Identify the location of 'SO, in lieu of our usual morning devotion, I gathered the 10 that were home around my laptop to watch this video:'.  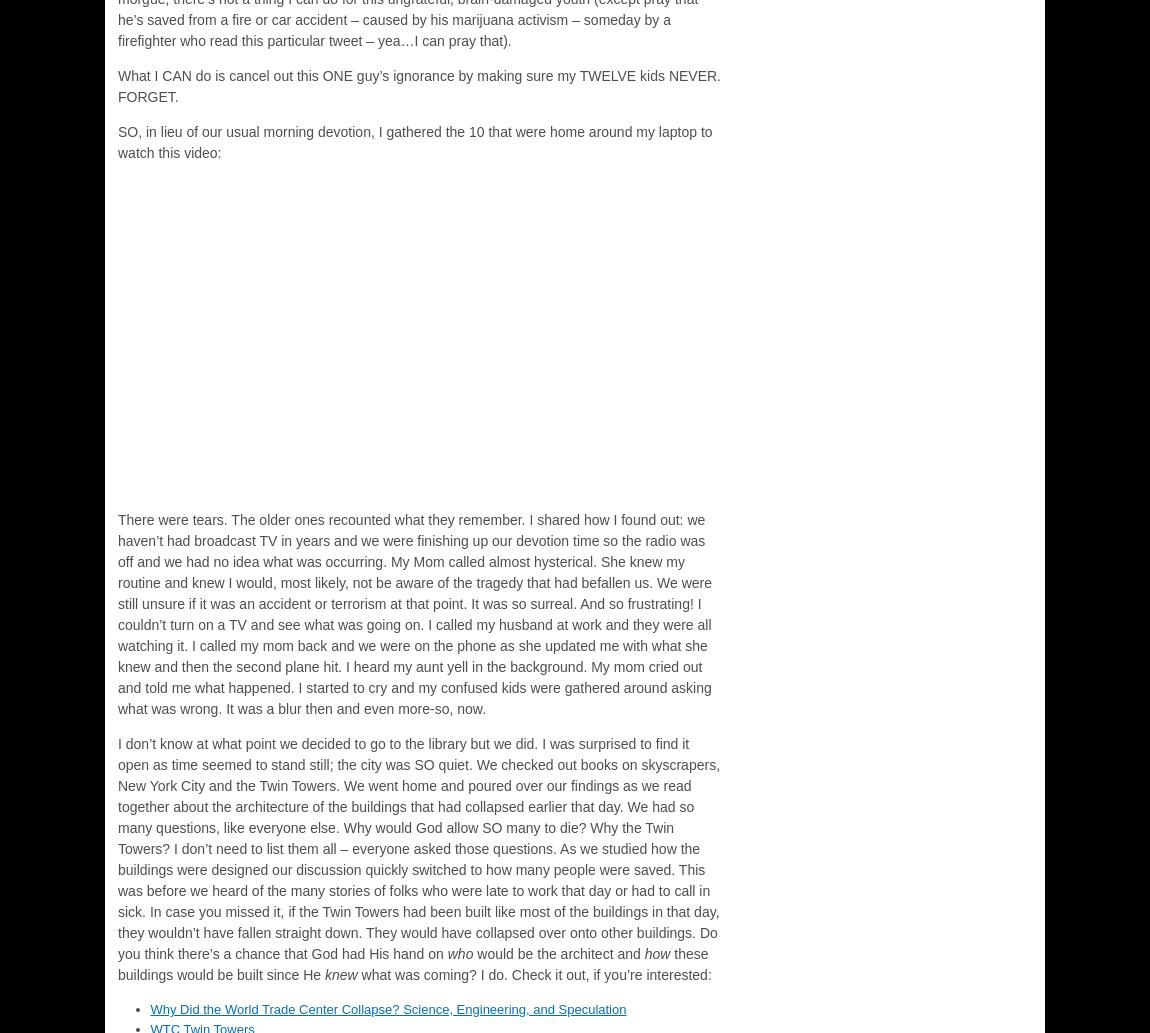
(415, 142).